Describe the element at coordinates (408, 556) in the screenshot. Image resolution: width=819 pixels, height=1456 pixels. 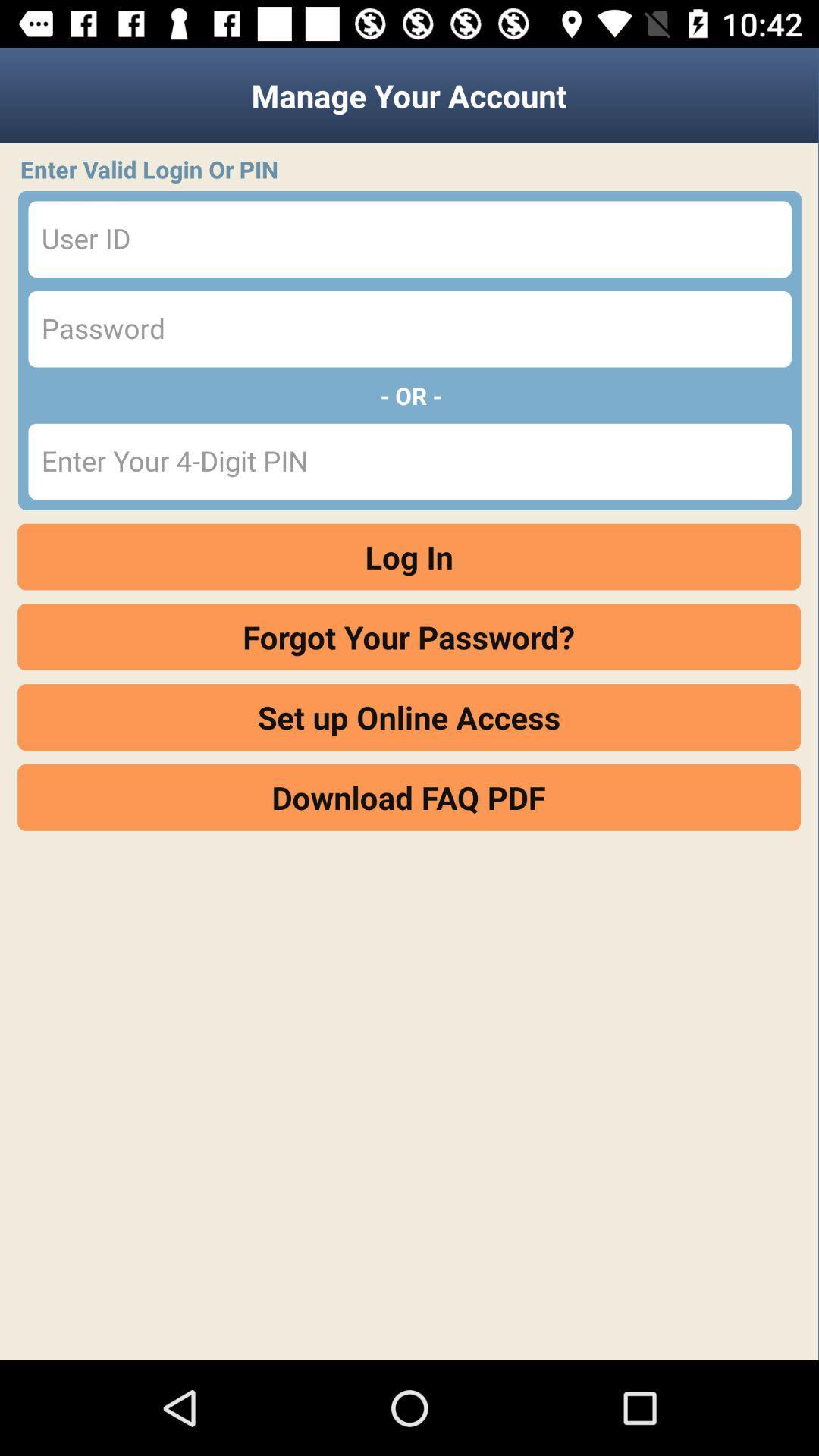
I see `log in item` at that location.